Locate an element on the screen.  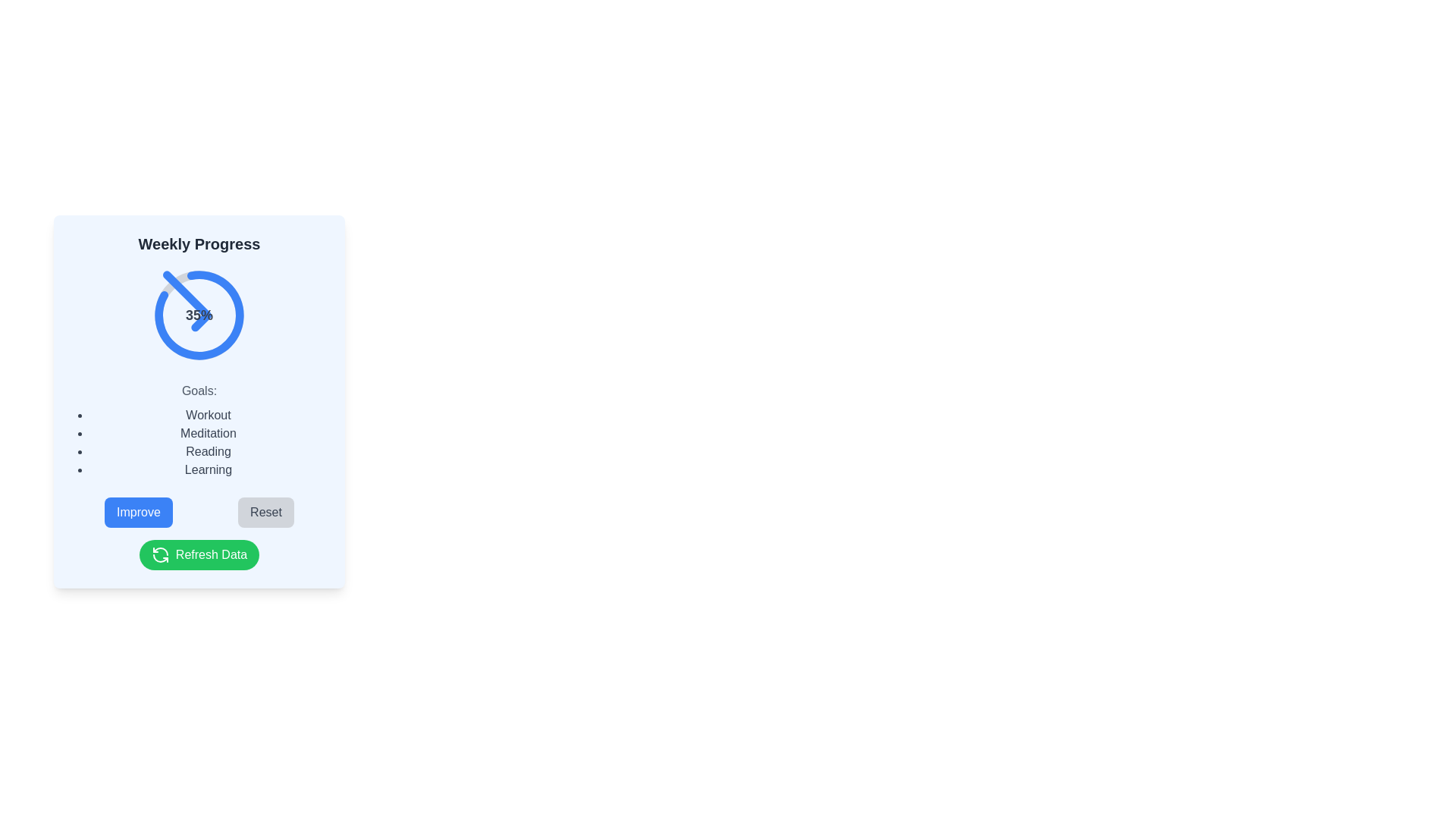
the checkmark icon located at the center of the circular progress indicator displaying '35%' in the 'Weekly Progress' section is located at coordinates (186, 301).